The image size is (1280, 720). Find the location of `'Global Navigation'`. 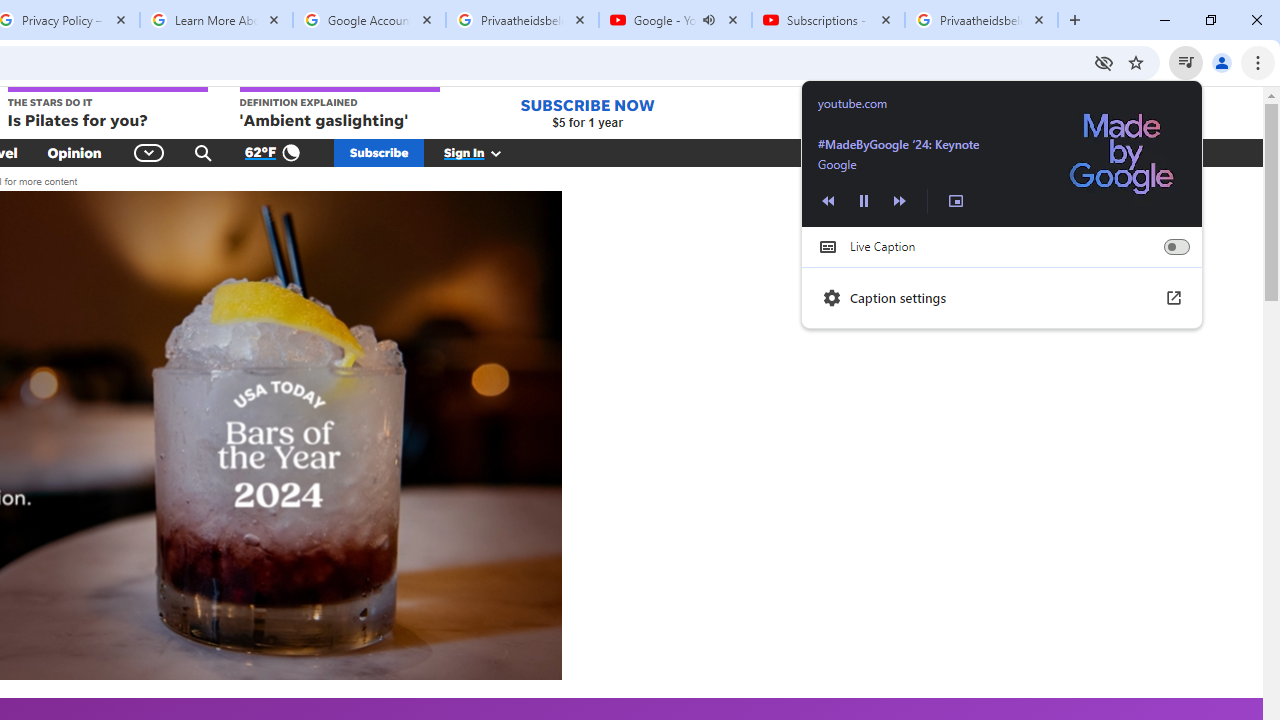

'Global Navigation' is located at coordinates (148, 152).